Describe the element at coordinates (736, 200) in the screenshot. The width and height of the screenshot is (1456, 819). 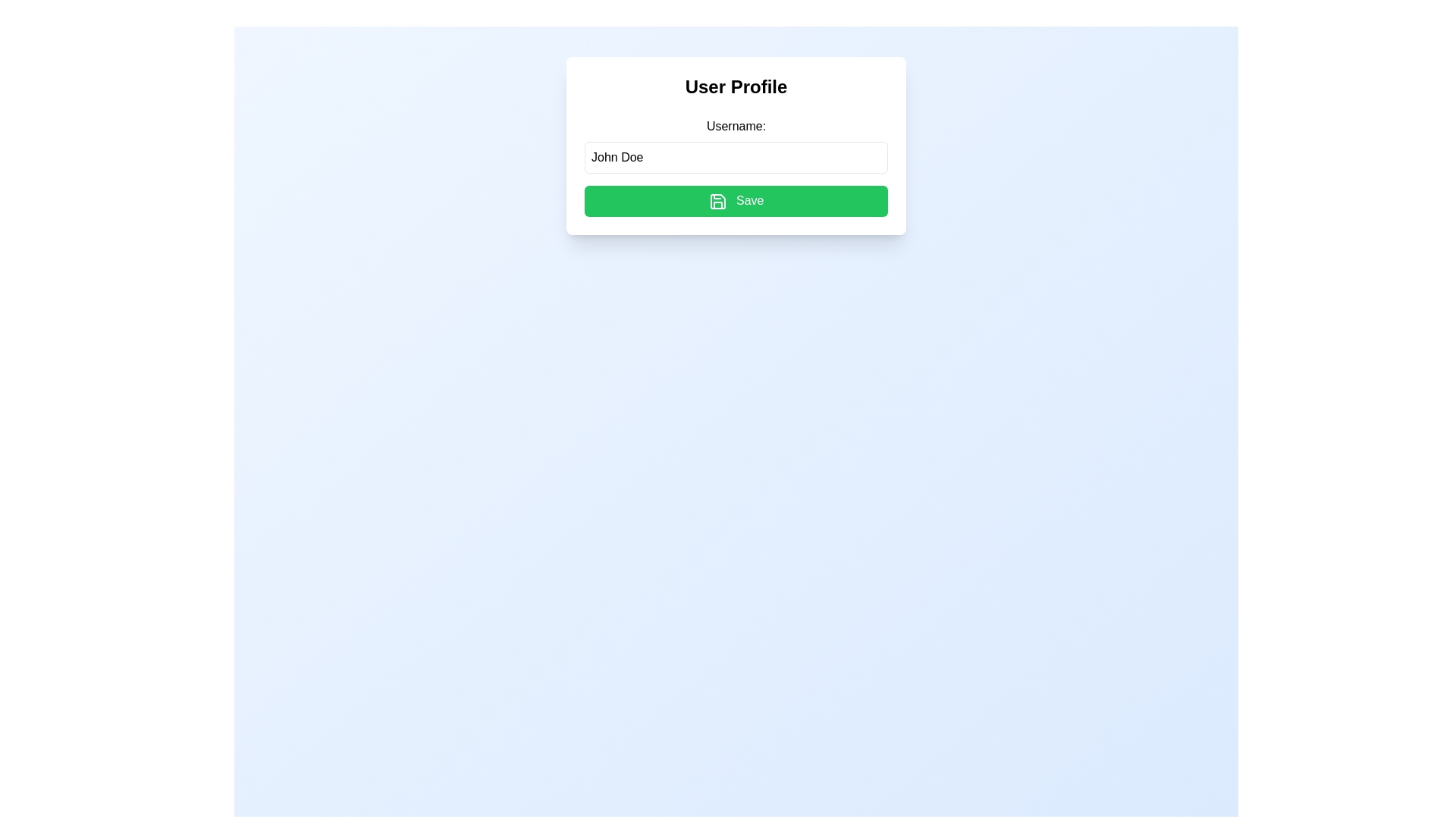
I see `the 'Save' button, which is a vibrant green rectangular button with white text and a save icon on the left side, located below the 'Username:' input field` at that location.